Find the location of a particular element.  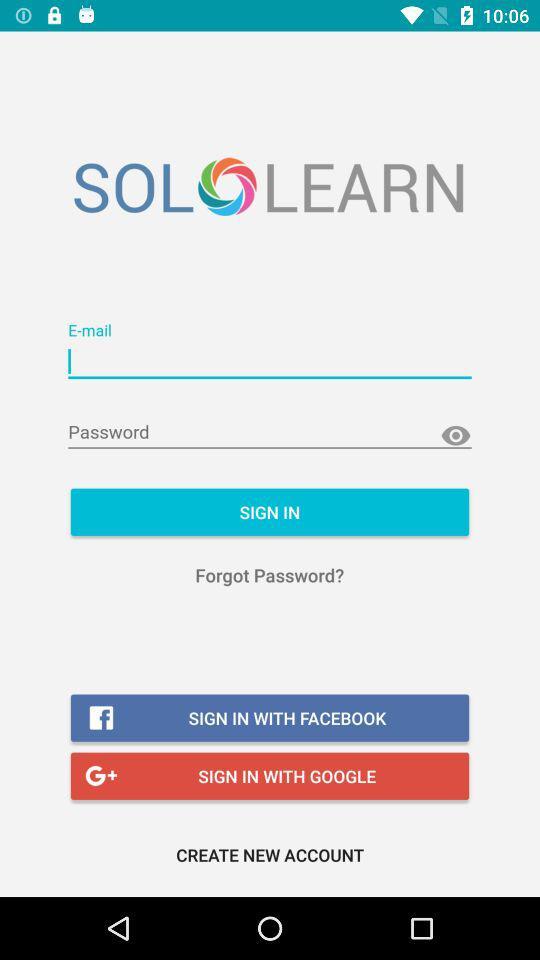

password field is located at coordinates (270, 432).